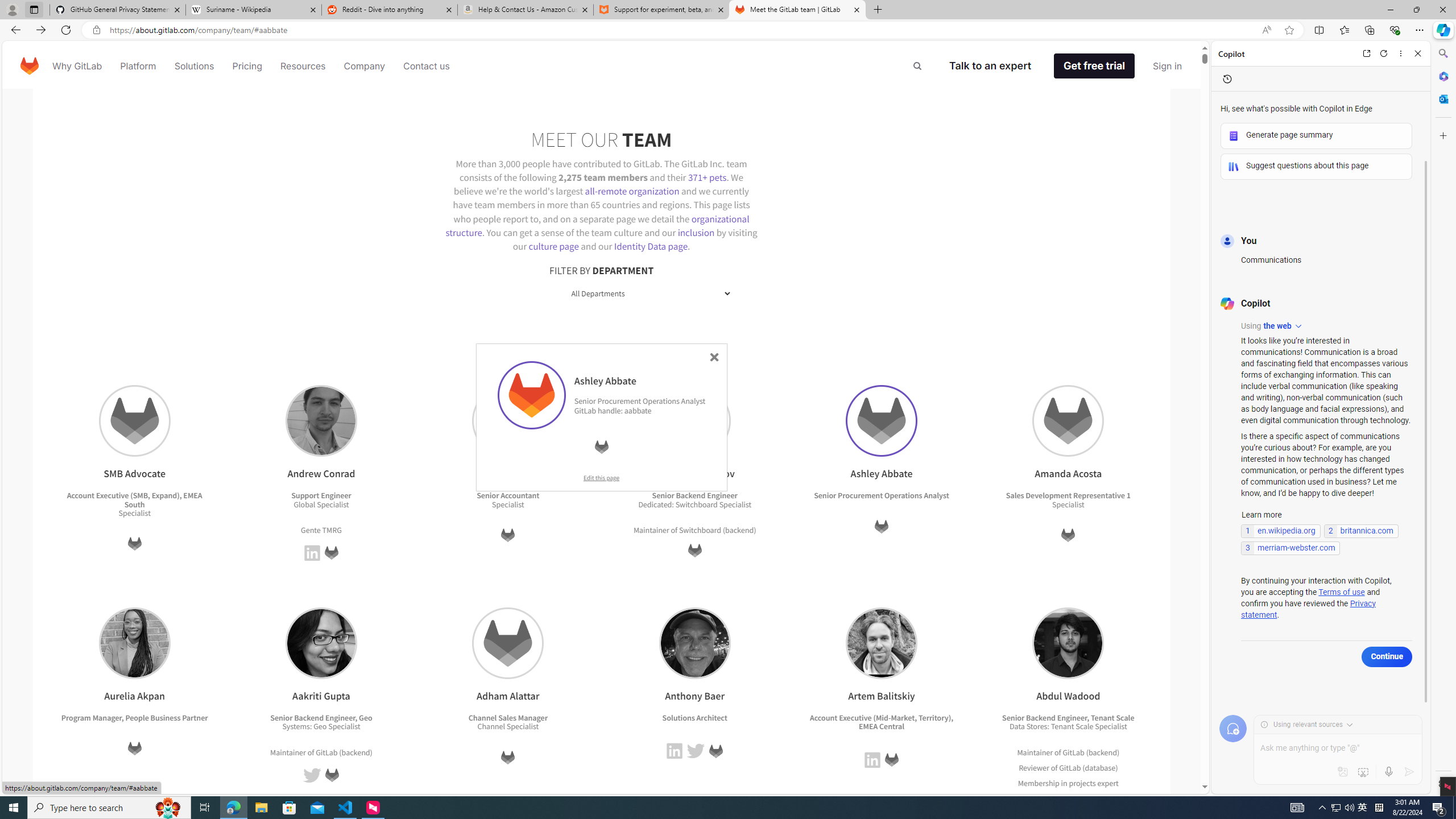 The width and height of the screenshot is (1456, 819). I want to click on 'Channel Sales Manager', so click(507, 717).